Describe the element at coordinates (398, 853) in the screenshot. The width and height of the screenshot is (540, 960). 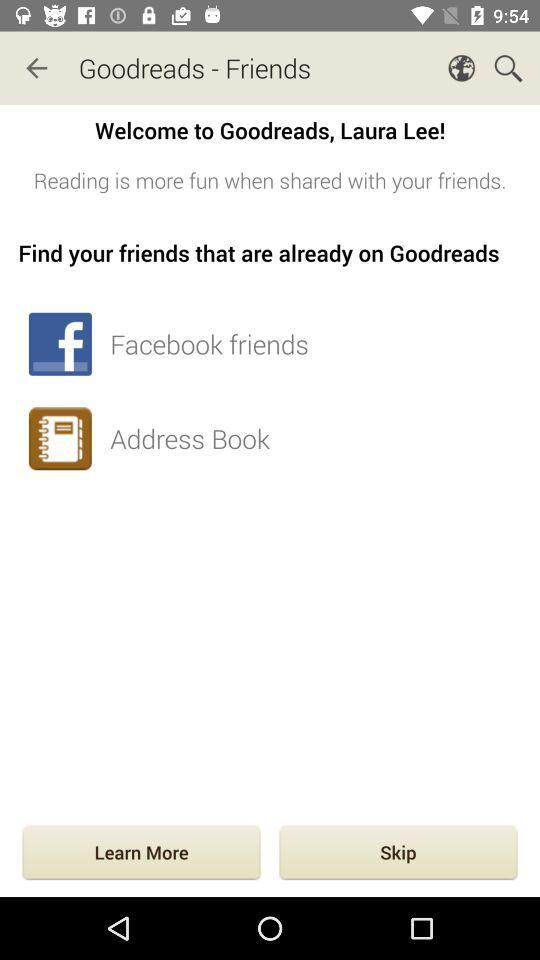
I see `skip at the bottom right corner` at that location.